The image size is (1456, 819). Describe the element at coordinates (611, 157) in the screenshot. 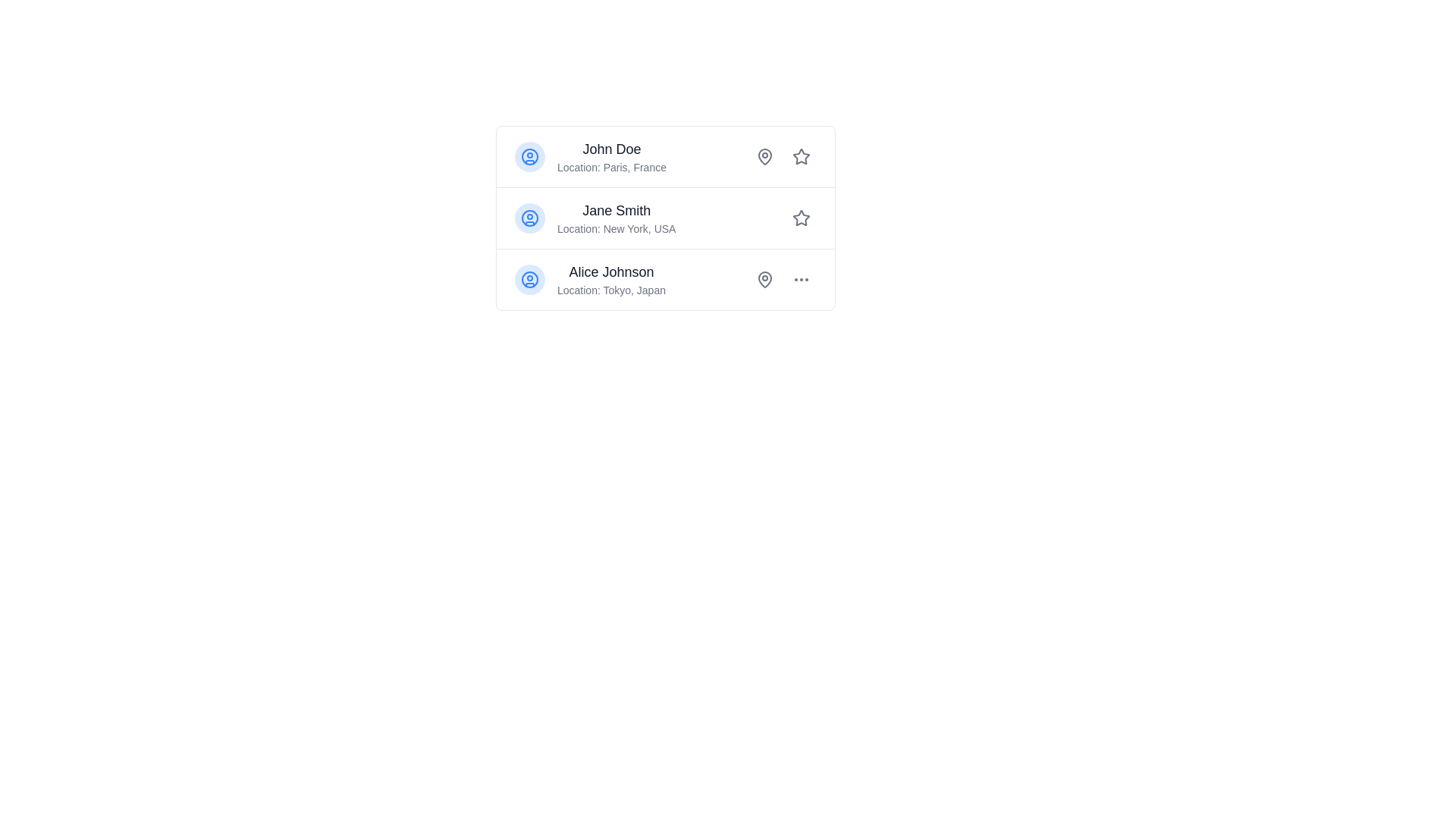

I see `the text block containing 'John Doe' and 'Location: Paris, France', which is the first element in a vertical list and located to the right of a circular user icon` at that location.